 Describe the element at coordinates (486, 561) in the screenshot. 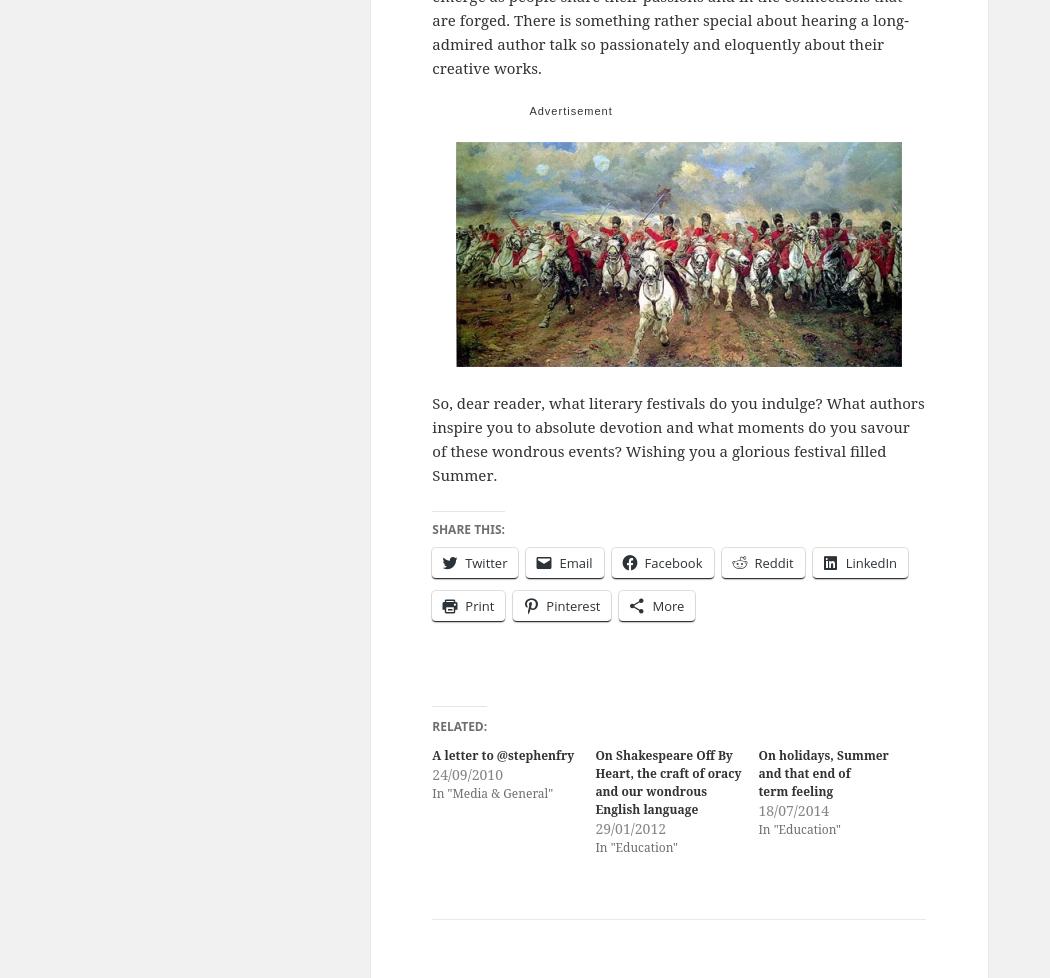

I see `'Twitter'` at that location.